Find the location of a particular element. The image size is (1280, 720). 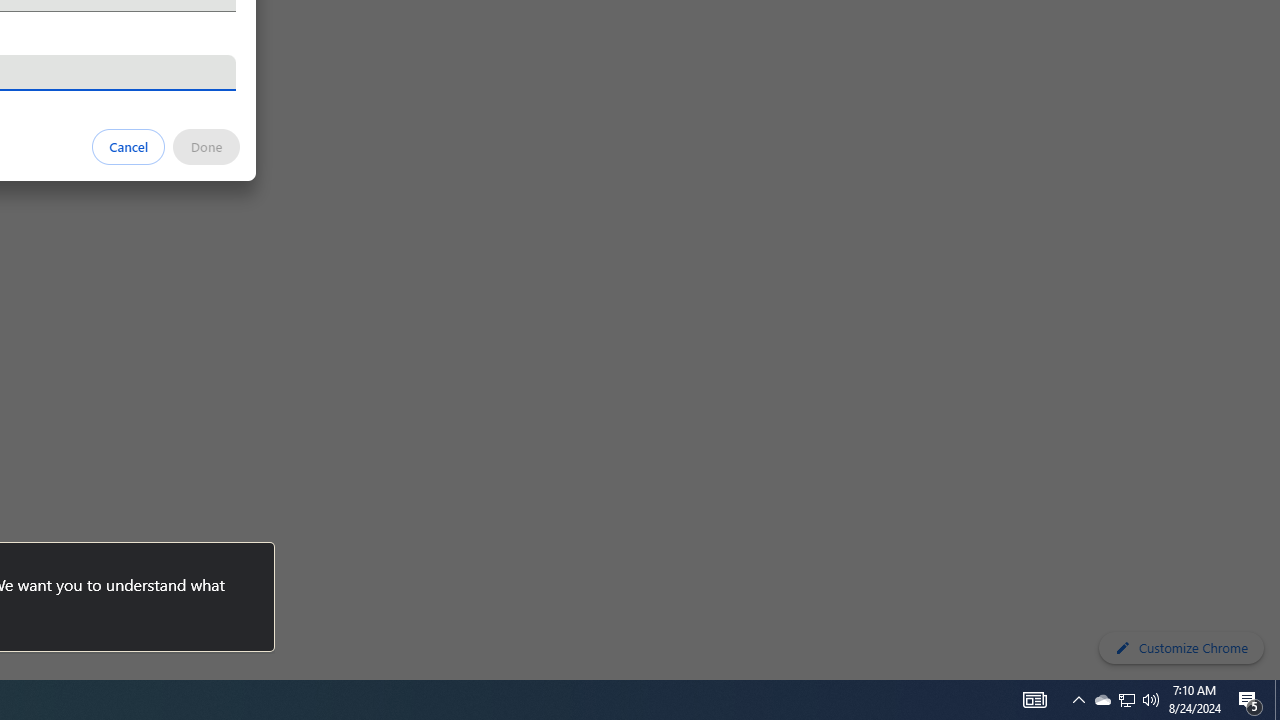

'Done' is located at coordinates (206, 145).